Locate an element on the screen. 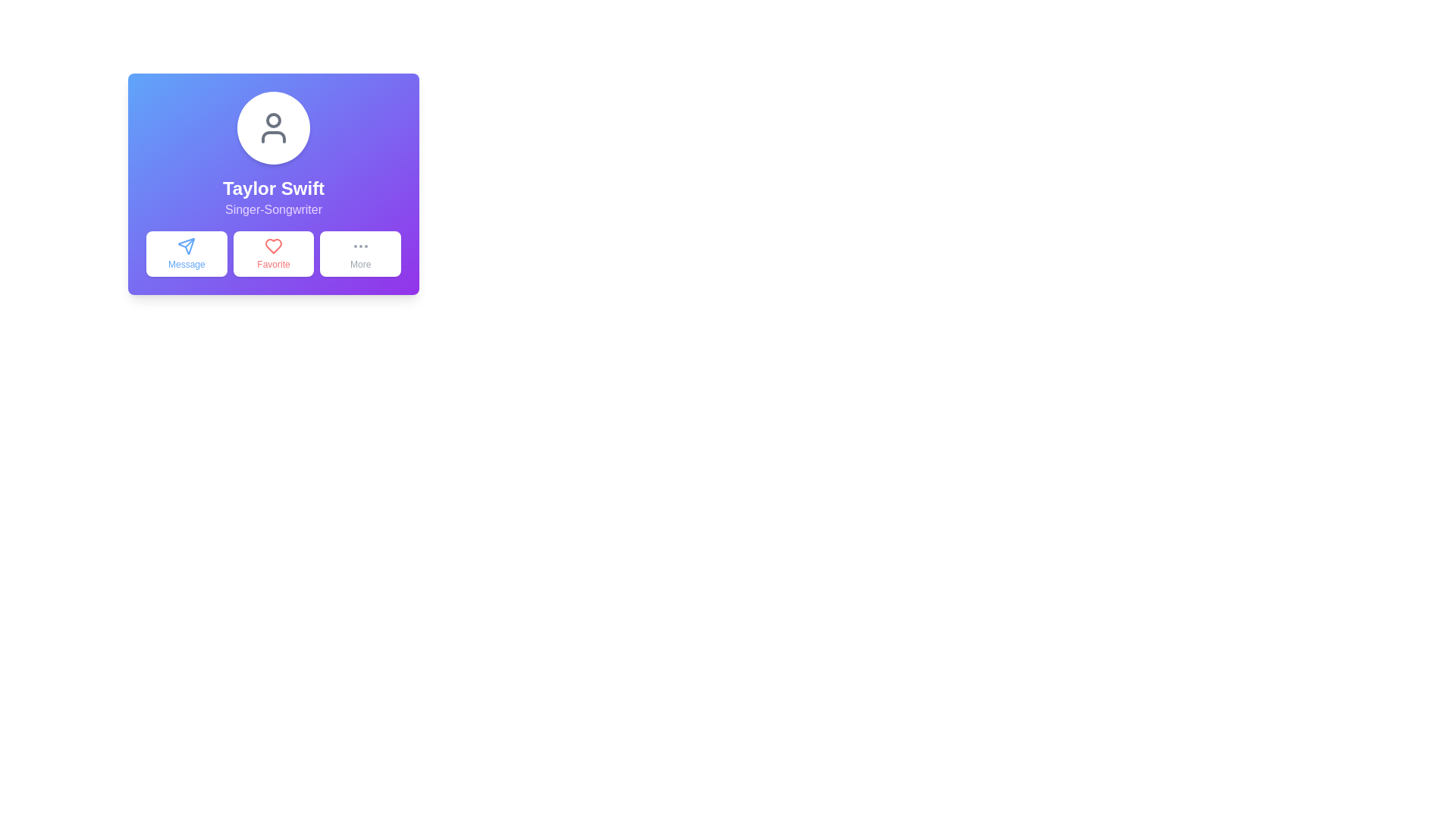 The width and height of the screenshot is (1456, 819). the 'More' text label, which is styled in a sans-serif font and displayed in light gray, positioned beneath a row of three dots, indicating an overflow options menu is located at coordinates (359, 263).